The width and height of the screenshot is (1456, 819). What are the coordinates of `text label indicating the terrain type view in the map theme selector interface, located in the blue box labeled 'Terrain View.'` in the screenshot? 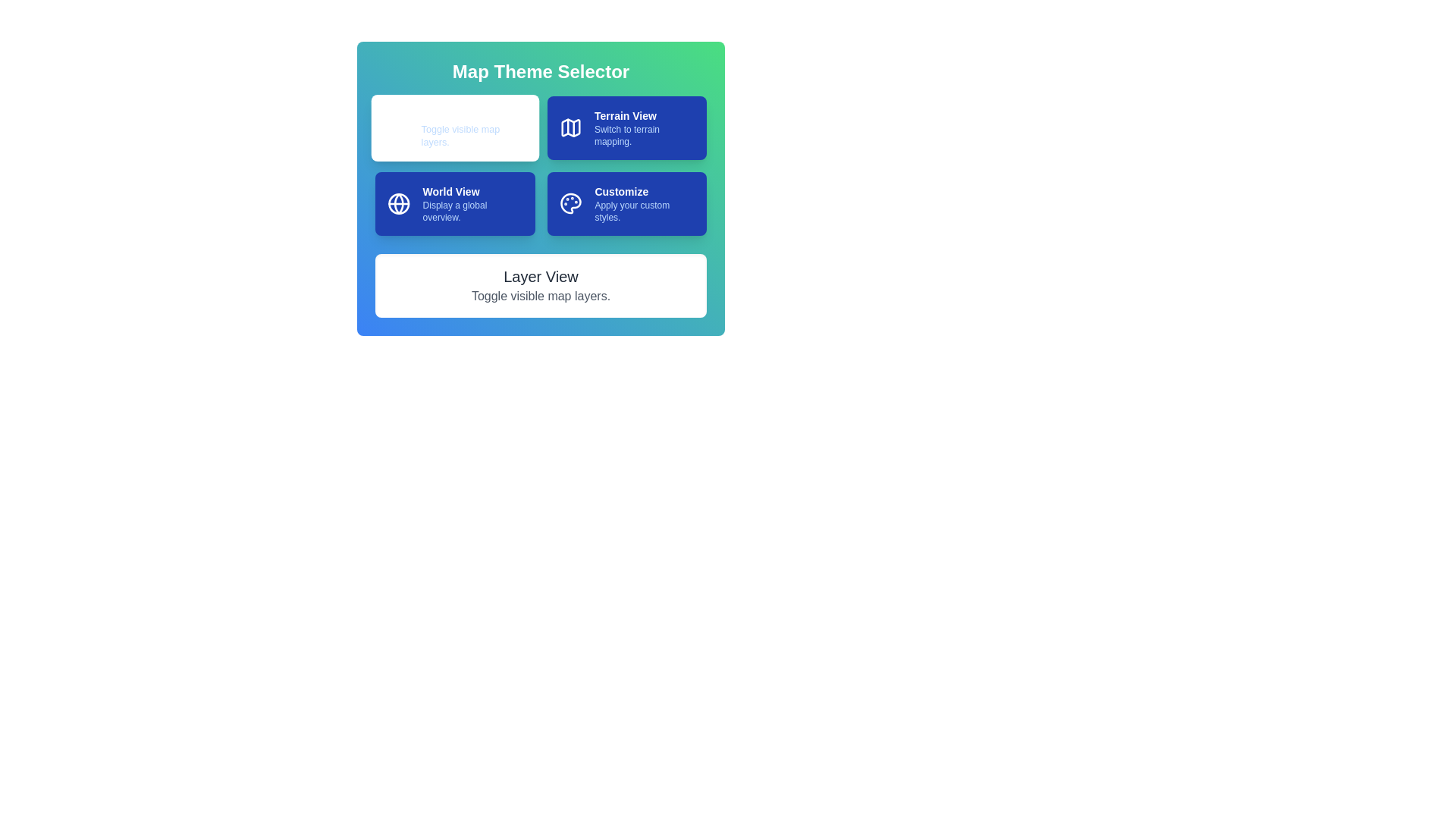 It's located at (644, 115).